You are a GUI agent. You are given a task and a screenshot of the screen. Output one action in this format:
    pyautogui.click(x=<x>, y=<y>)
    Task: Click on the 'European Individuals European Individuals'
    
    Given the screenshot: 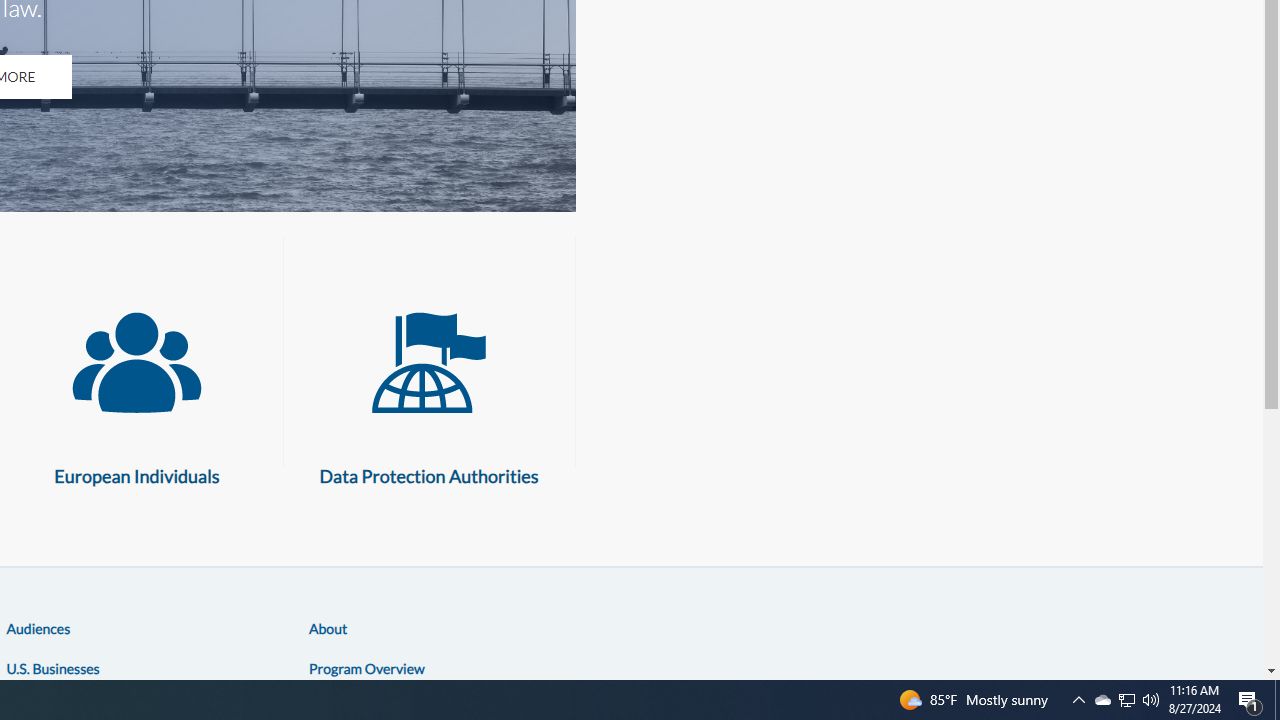 What is the action you would take?
    pyautogui.click(x=135, y=389)
    